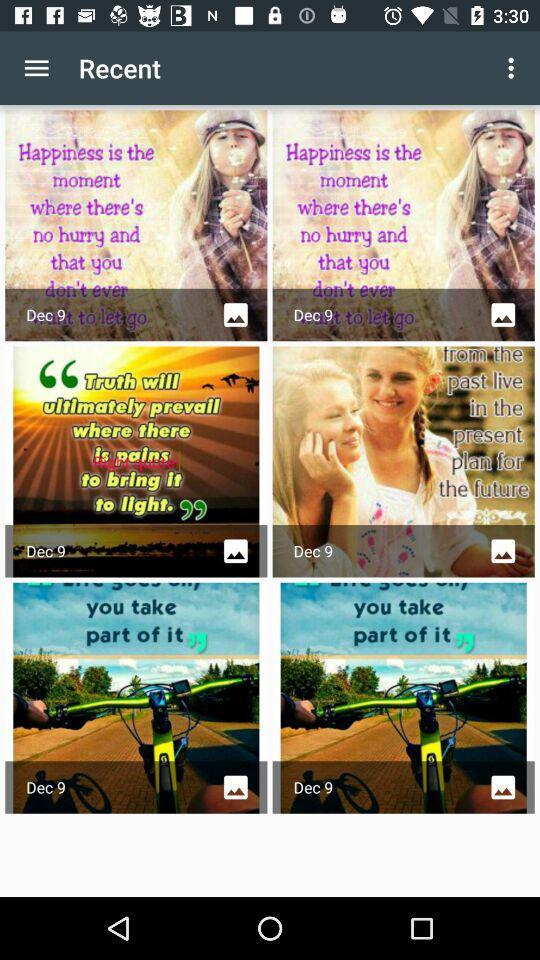 The height and width of the screenshot is (960, 540). Describe the element at coordinates (36, 68) in the screenshot. I see `app to the left of the recent` at that location.